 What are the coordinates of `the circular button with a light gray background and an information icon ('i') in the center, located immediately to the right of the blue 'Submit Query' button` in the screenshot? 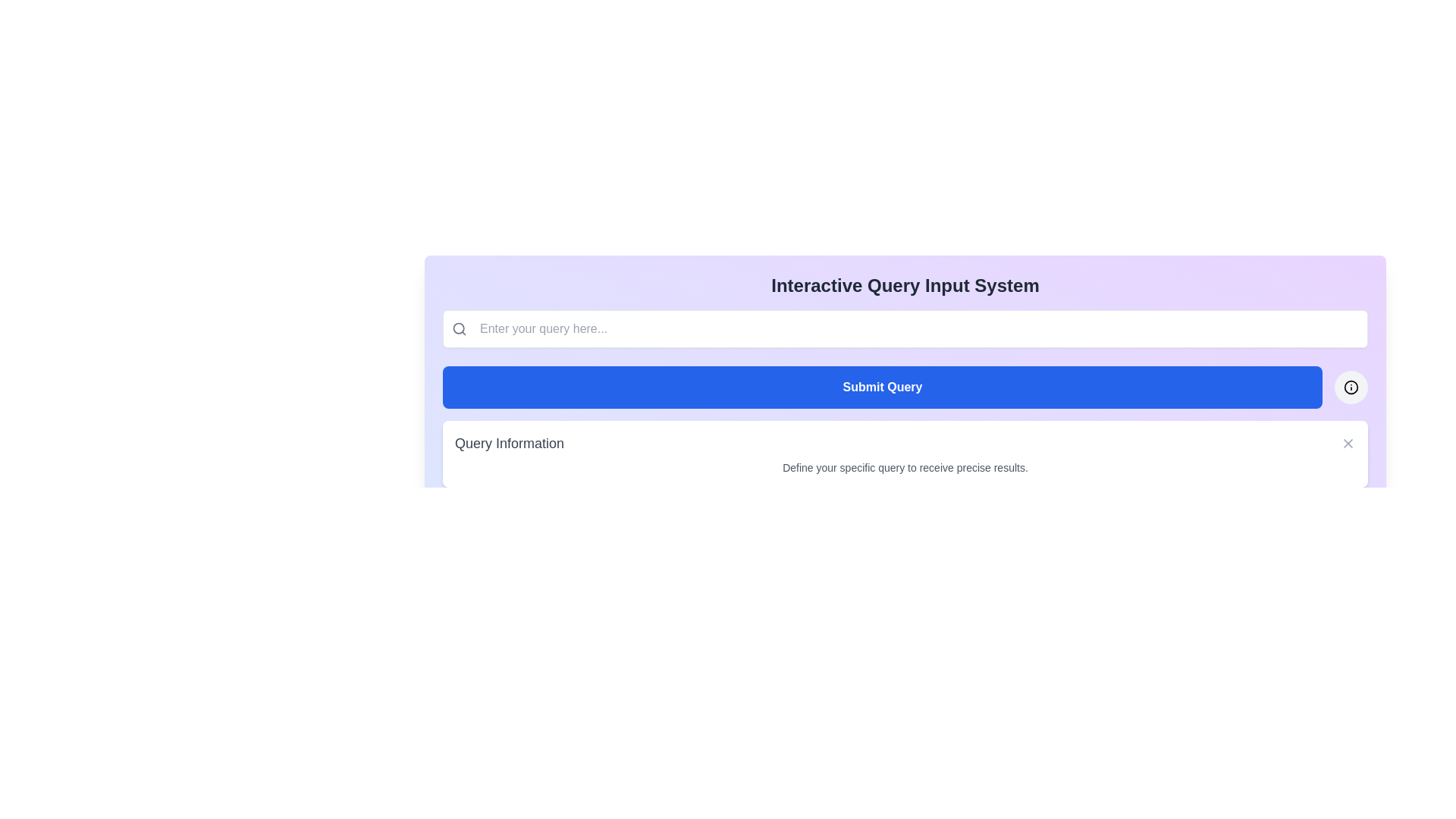 It's located at (1351, 386).